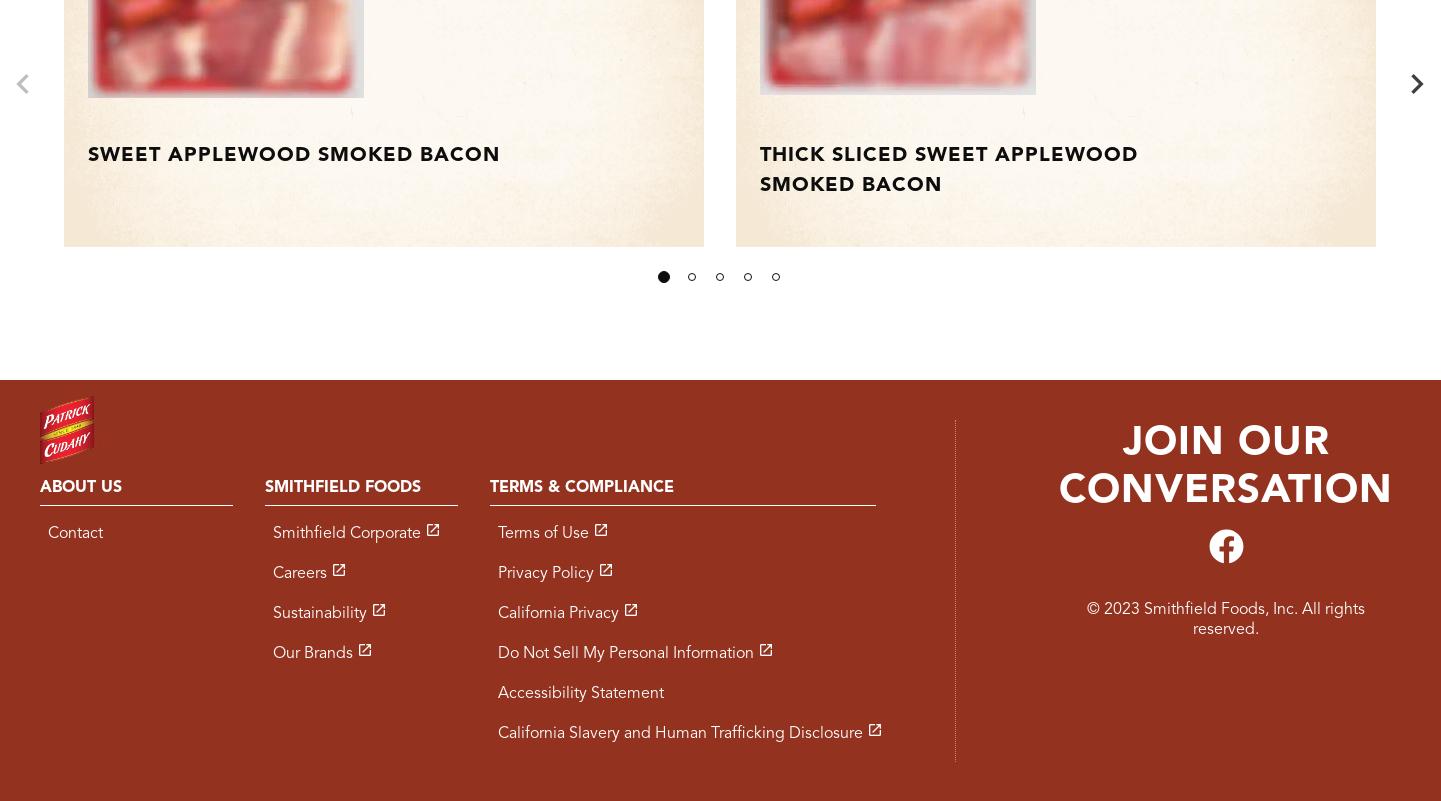 This screenshot has height=801, width=1441. Describe the element at coordinates (1120, 609) in the screenshot. I see `'2023'` at that location.